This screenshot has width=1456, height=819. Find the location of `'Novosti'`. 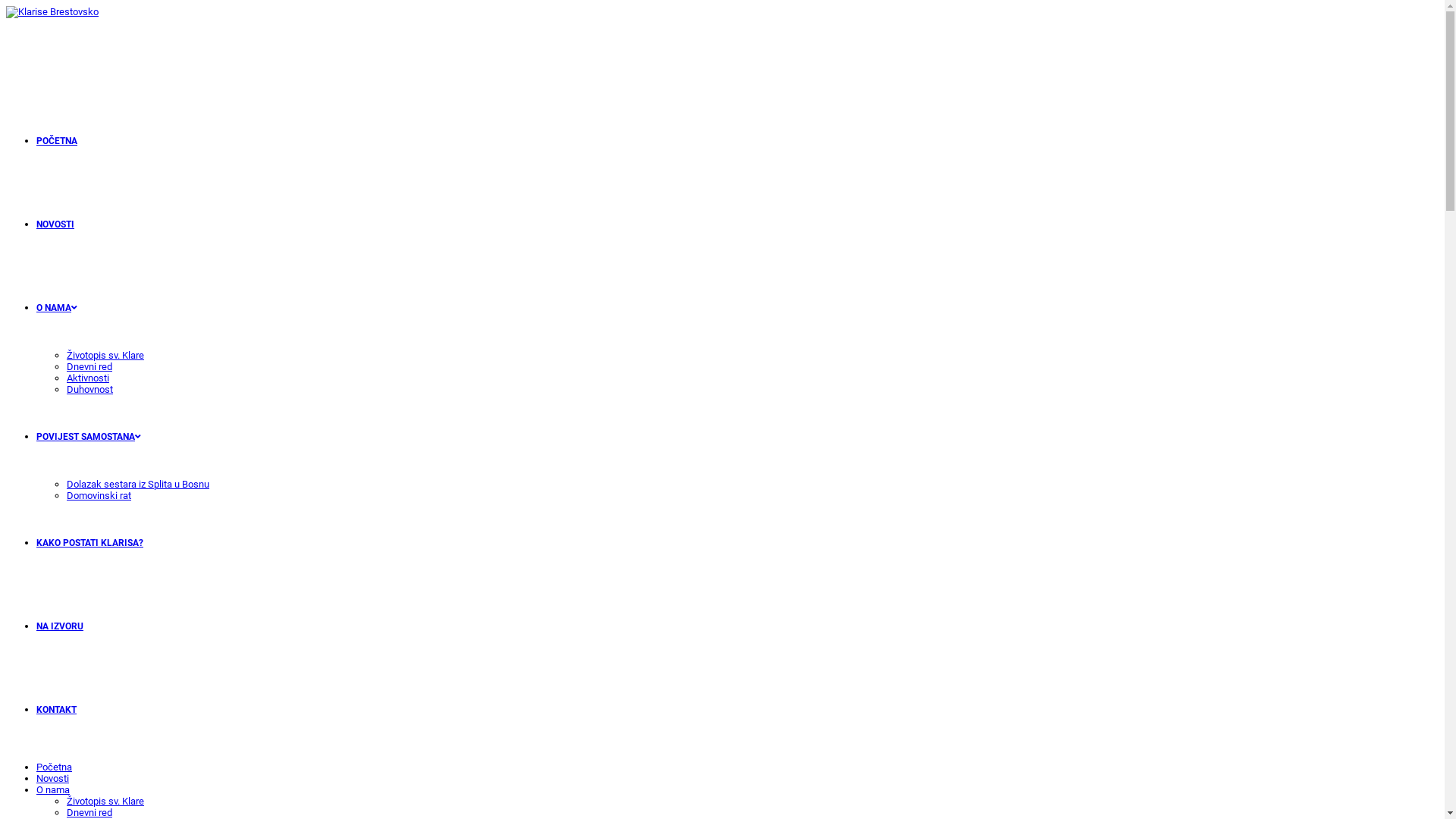

'Novosti' is located at coordinates (52, 778).